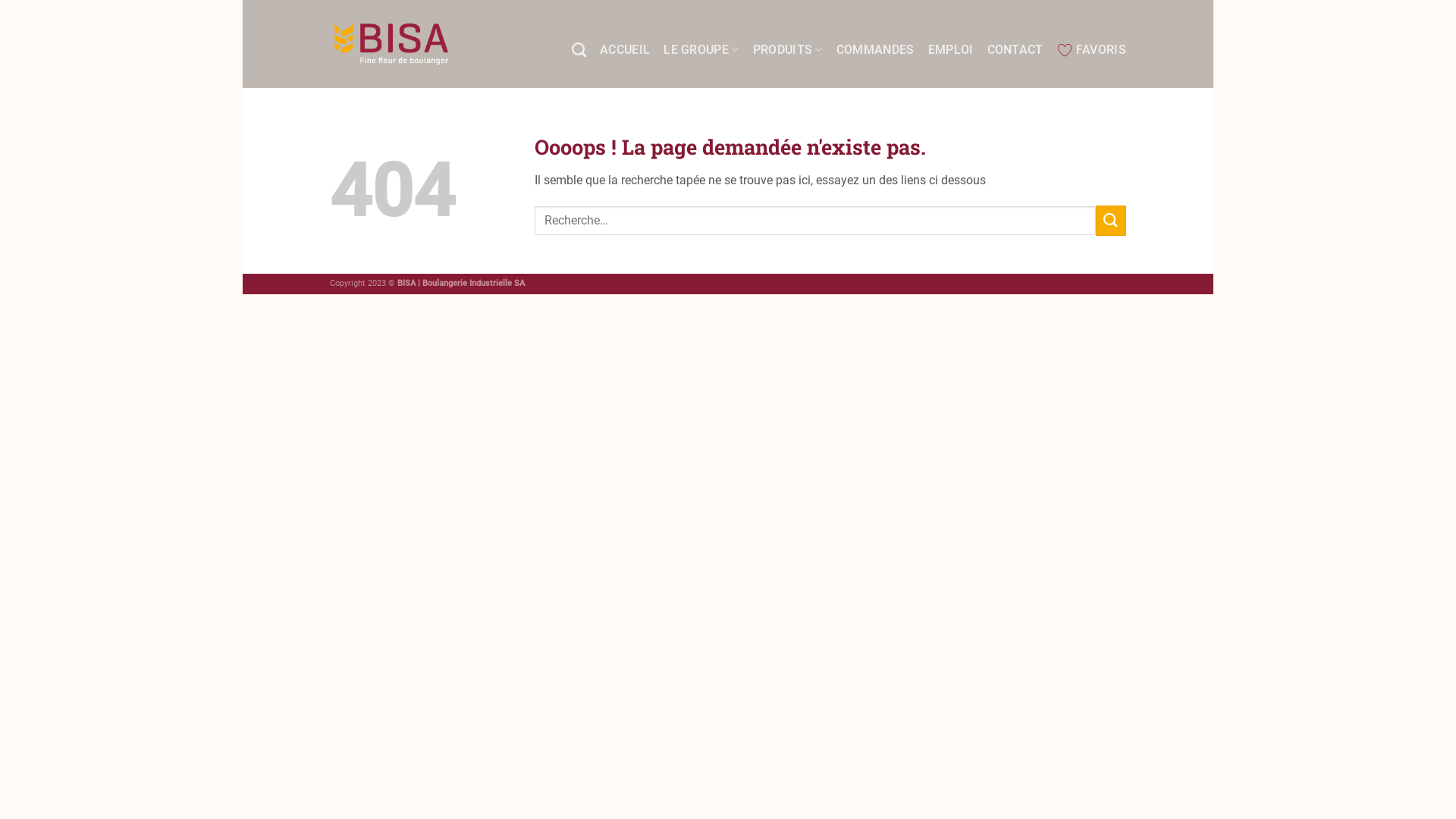 The height and width of the screenshot is (819, 1456). Describe the element at coordinates (949, 49) in the screenshot. I see `'EMPLOI'` at that location.